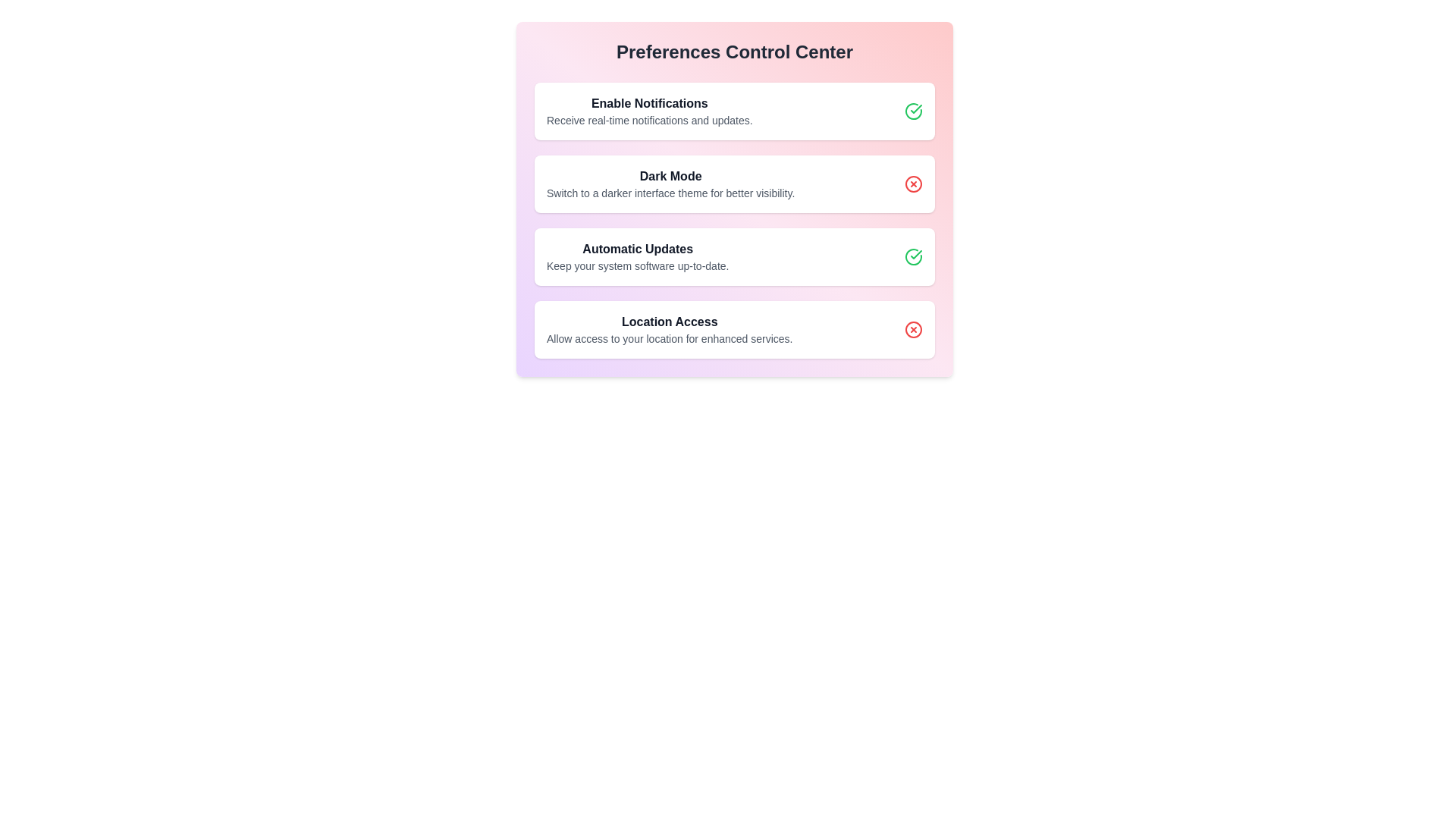 This screenshot has height=819, width=1456. Describe the element at coordinates (638, 265) in the screenshot. I see `text label providing supplementary information about 'Automatic Updates', located below the header within the card layout` at that location.